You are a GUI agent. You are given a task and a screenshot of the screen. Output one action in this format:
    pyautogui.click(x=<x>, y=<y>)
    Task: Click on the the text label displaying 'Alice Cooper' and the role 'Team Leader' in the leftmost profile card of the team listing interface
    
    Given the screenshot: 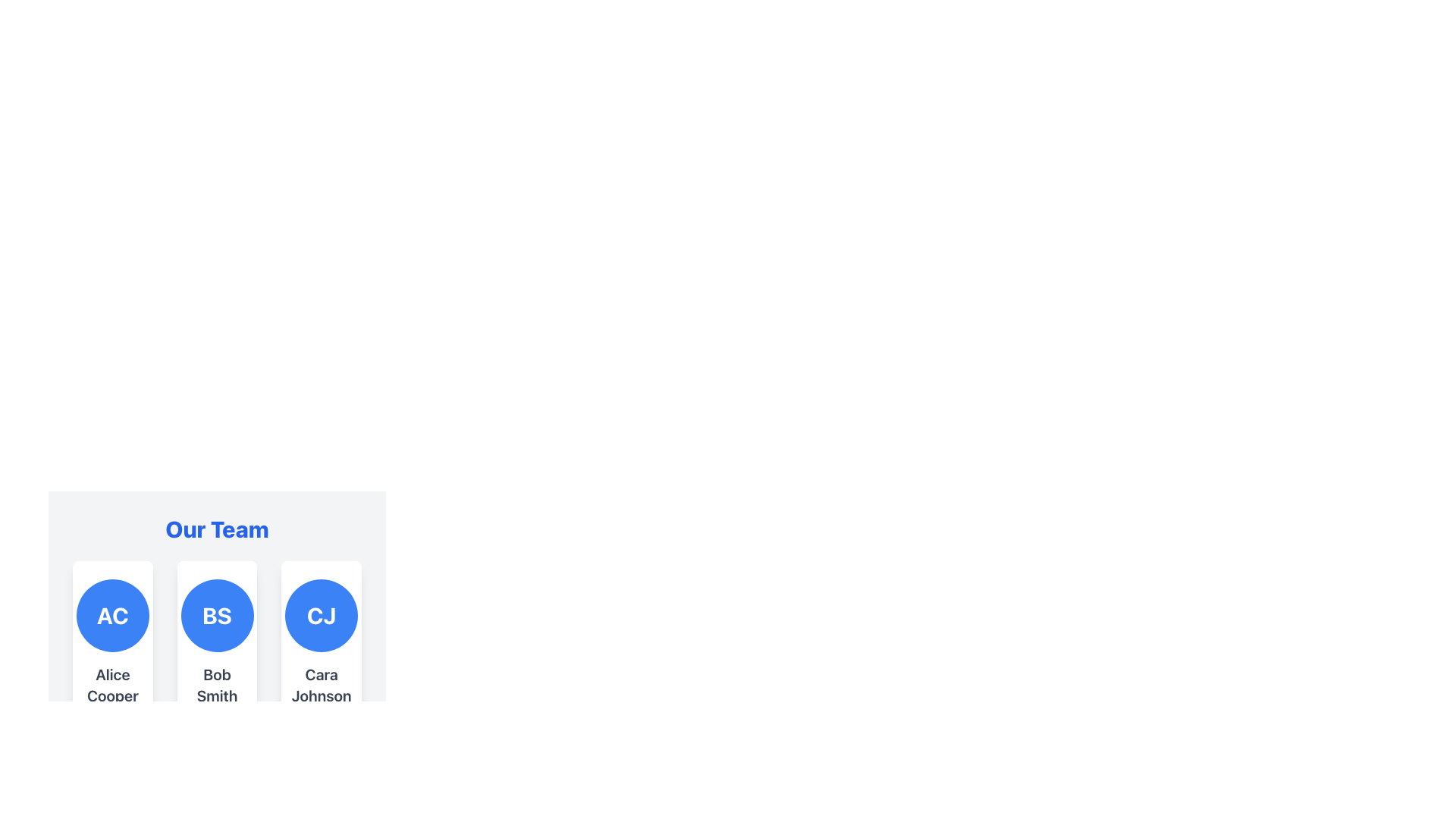 What is the action you would take?
    pyautogui.click(x=111, y=704)
    